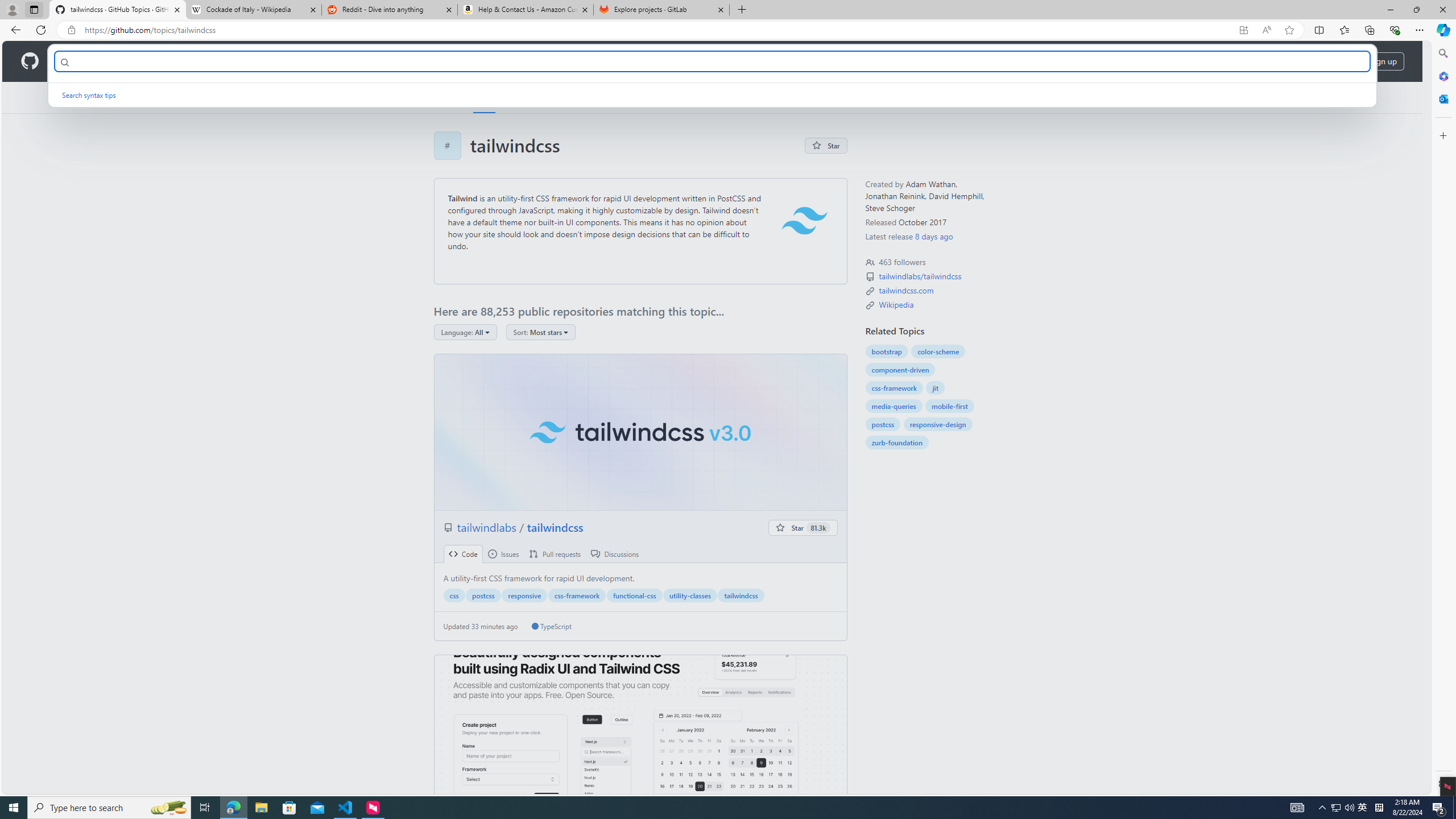 The width and height of the screenshot is (1456, 819). I want to click on 'Solutions', so click(127, 61).